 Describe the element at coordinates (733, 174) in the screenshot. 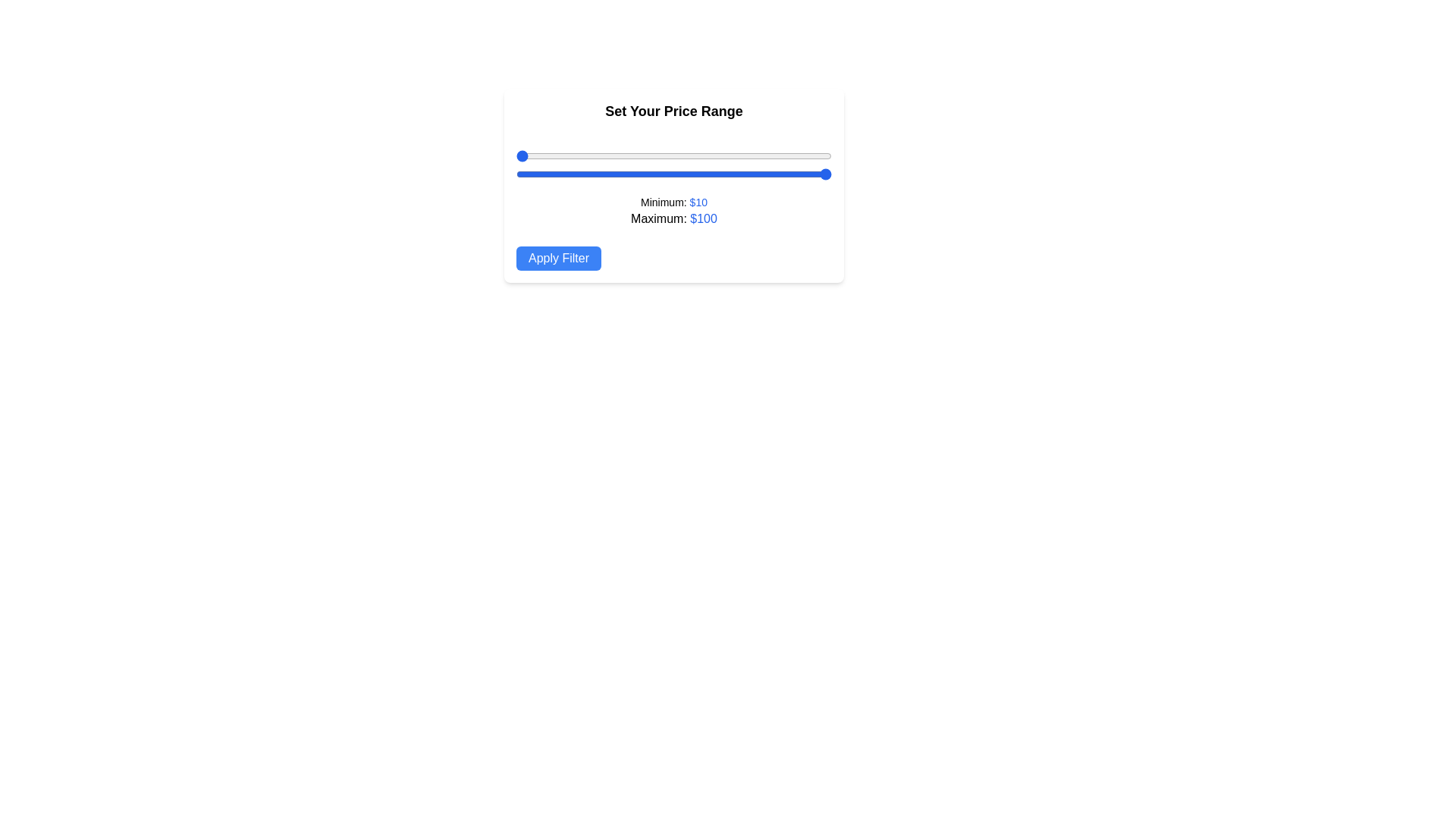

I see `the slider` at that location.